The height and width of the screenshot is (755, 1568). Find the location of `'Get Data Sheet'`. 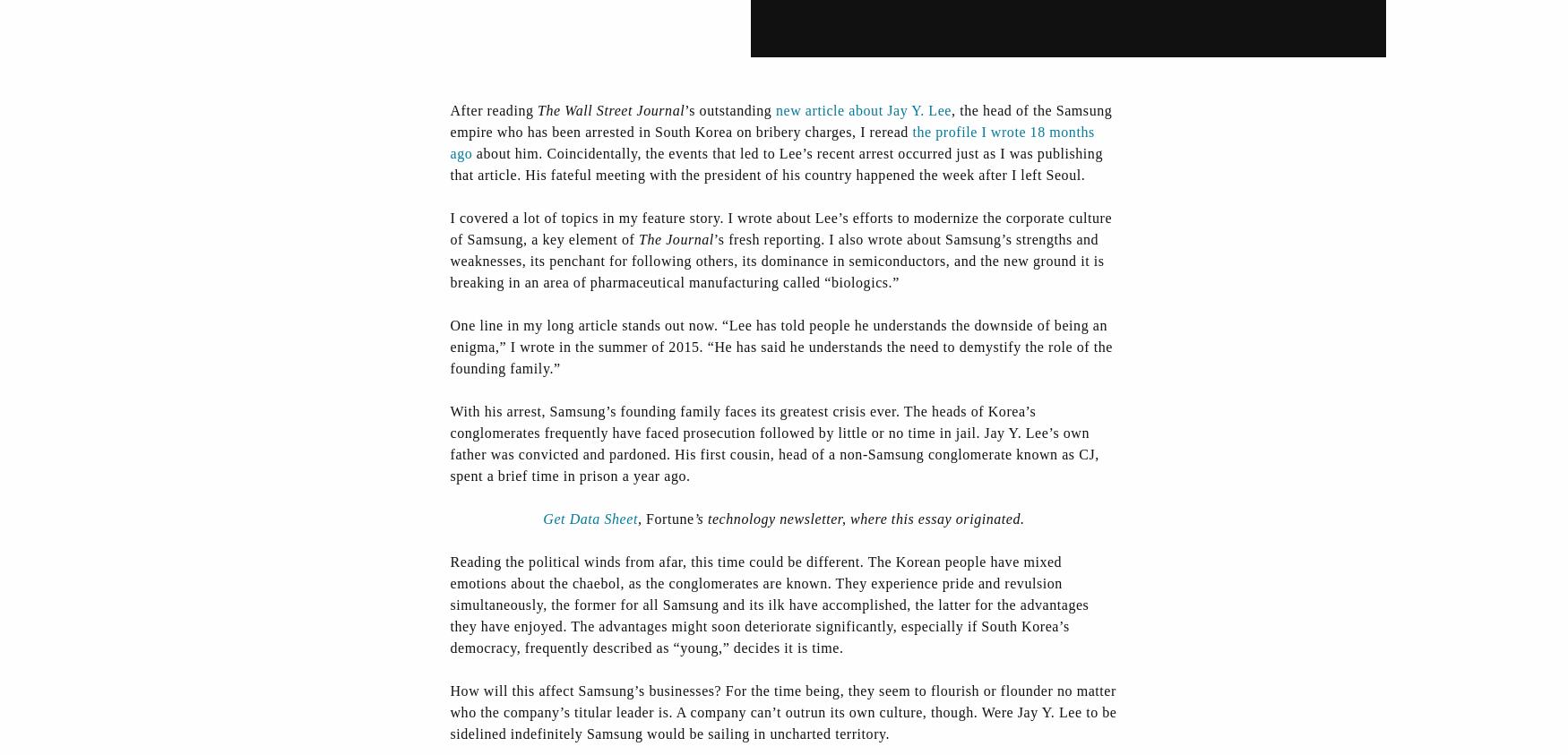

'Get Data Sheet' is located at coordinates (589, 518).